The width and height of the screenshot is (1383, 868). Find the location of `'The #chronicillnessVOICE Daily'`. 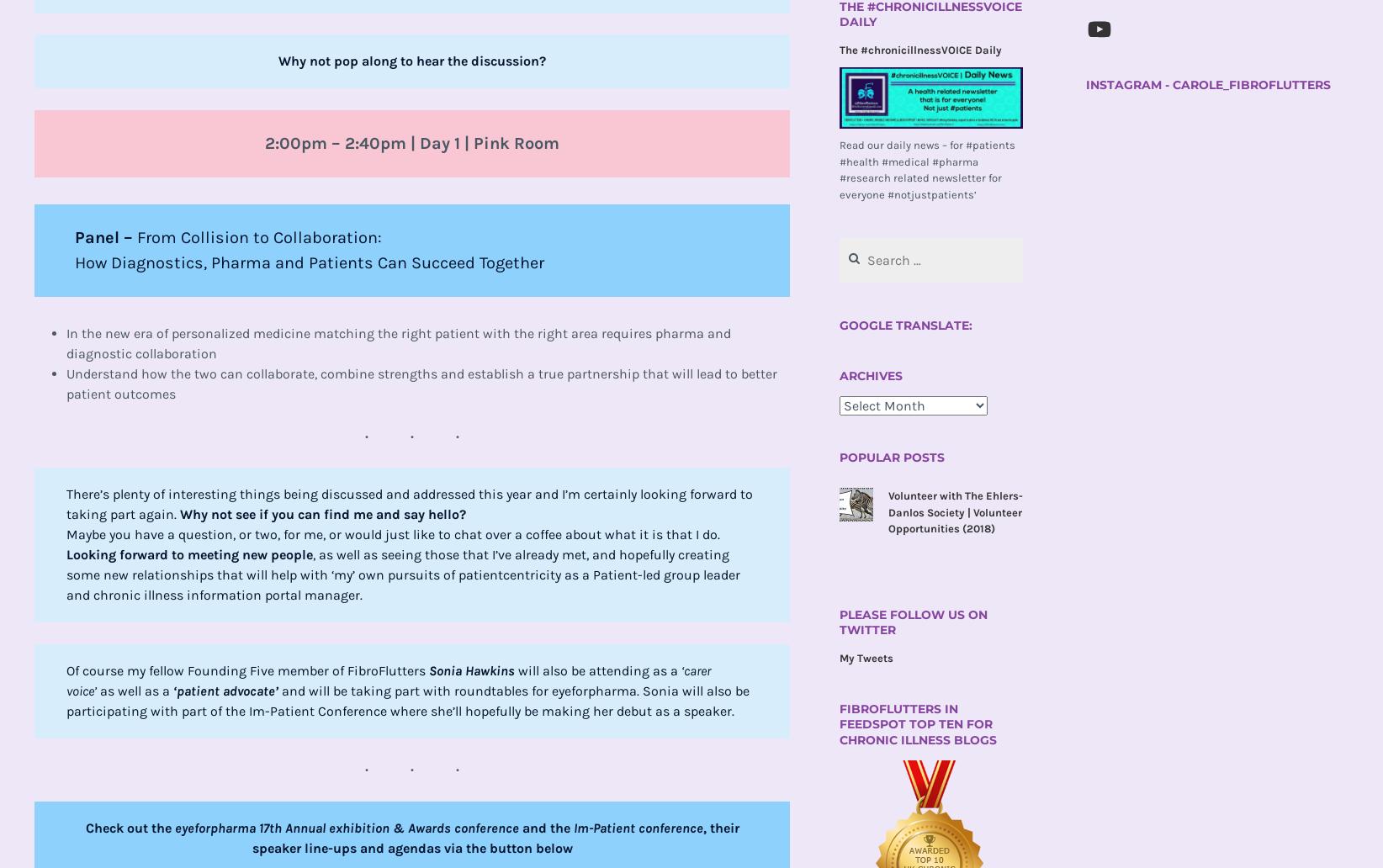

'The #chronicillnessVOICE Daily' is located at coordinates (919, 50).